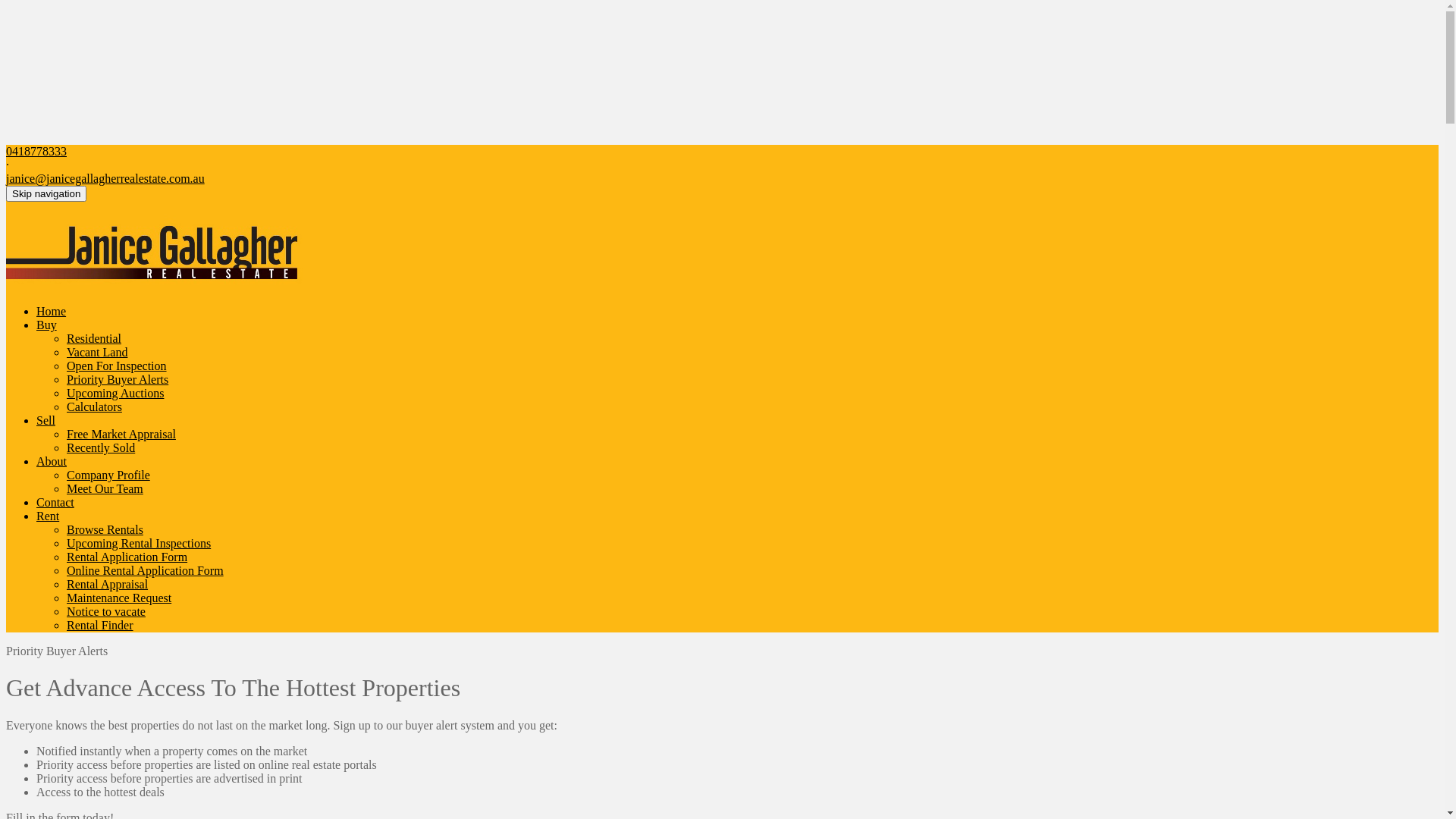 The width and height of the screenshot is (1456, 819). Describe the element at coordinates (127, 557) in the screenshot. I see `'Rental Application Form'` at that location.